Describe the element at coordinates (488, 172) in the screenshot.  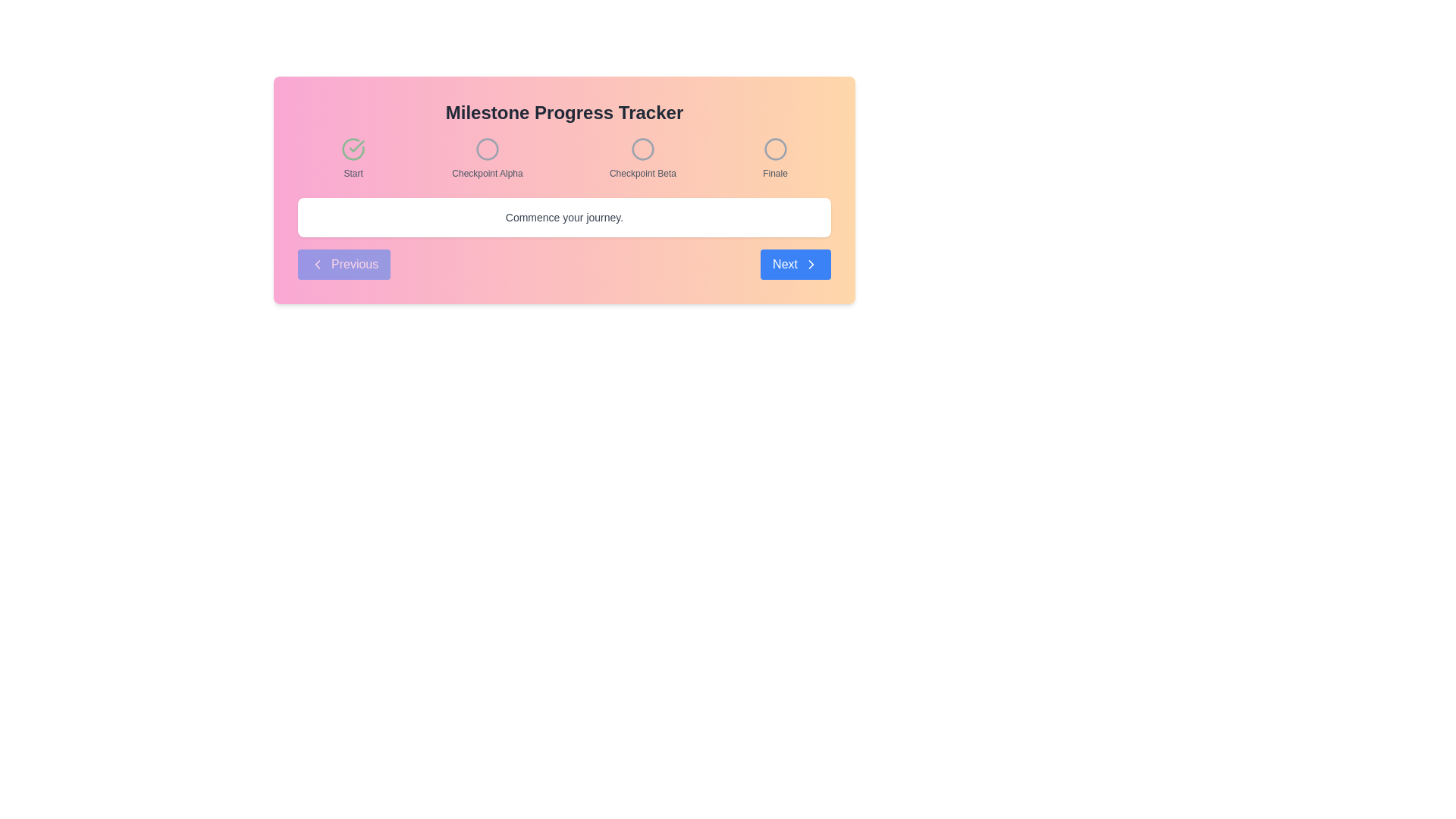
I see `the static text label 'Checkpoint Alpha', which is located under the second milestone checkpoint in the progress tracker bar` at that location.